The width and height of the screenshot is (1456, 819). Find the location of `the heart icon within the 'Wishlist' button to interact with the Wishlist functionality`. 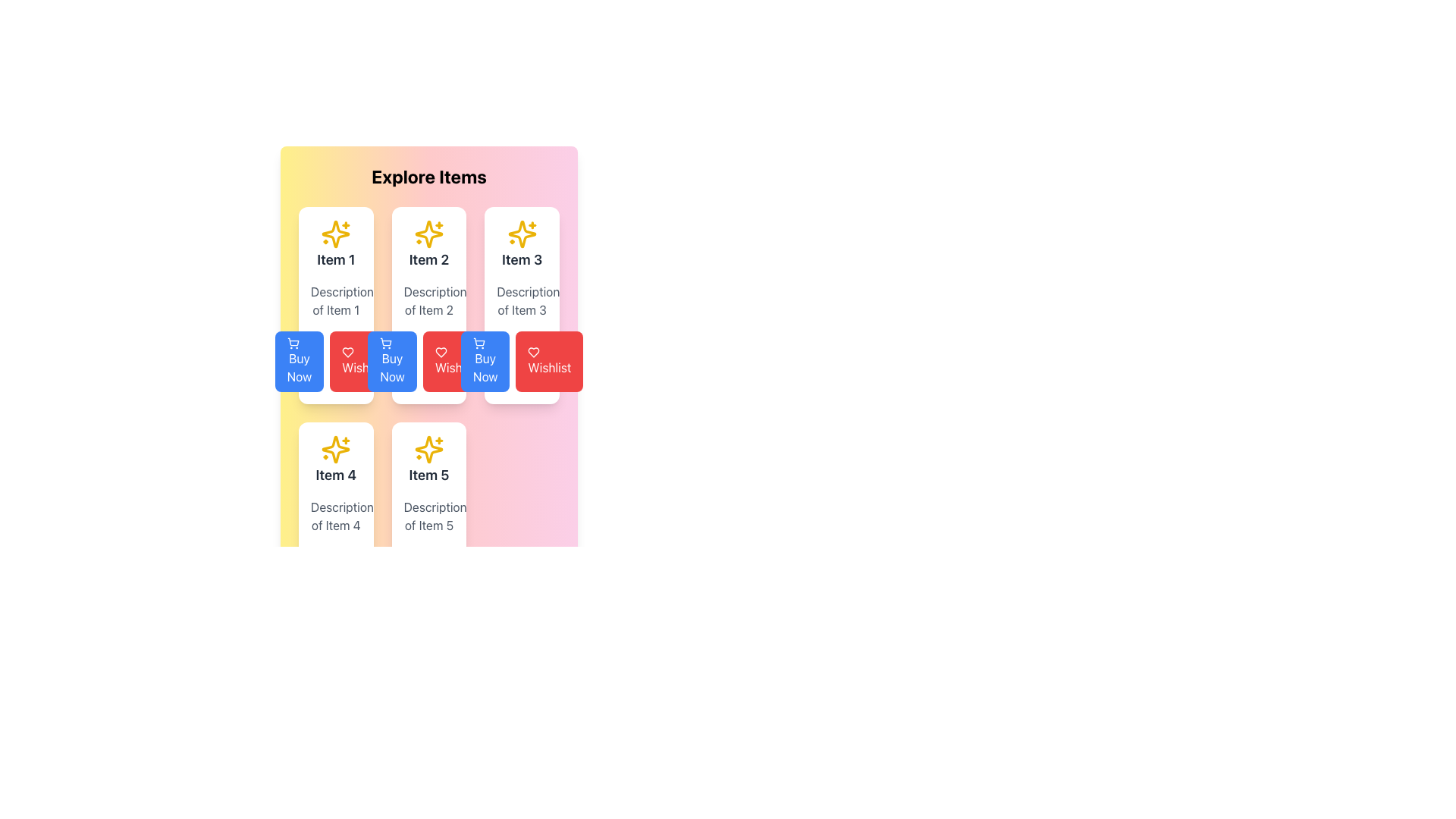

the heart icon within the 'Wishlist' button to interact with the Wishlist functionality is located at coordinates (440, 353).